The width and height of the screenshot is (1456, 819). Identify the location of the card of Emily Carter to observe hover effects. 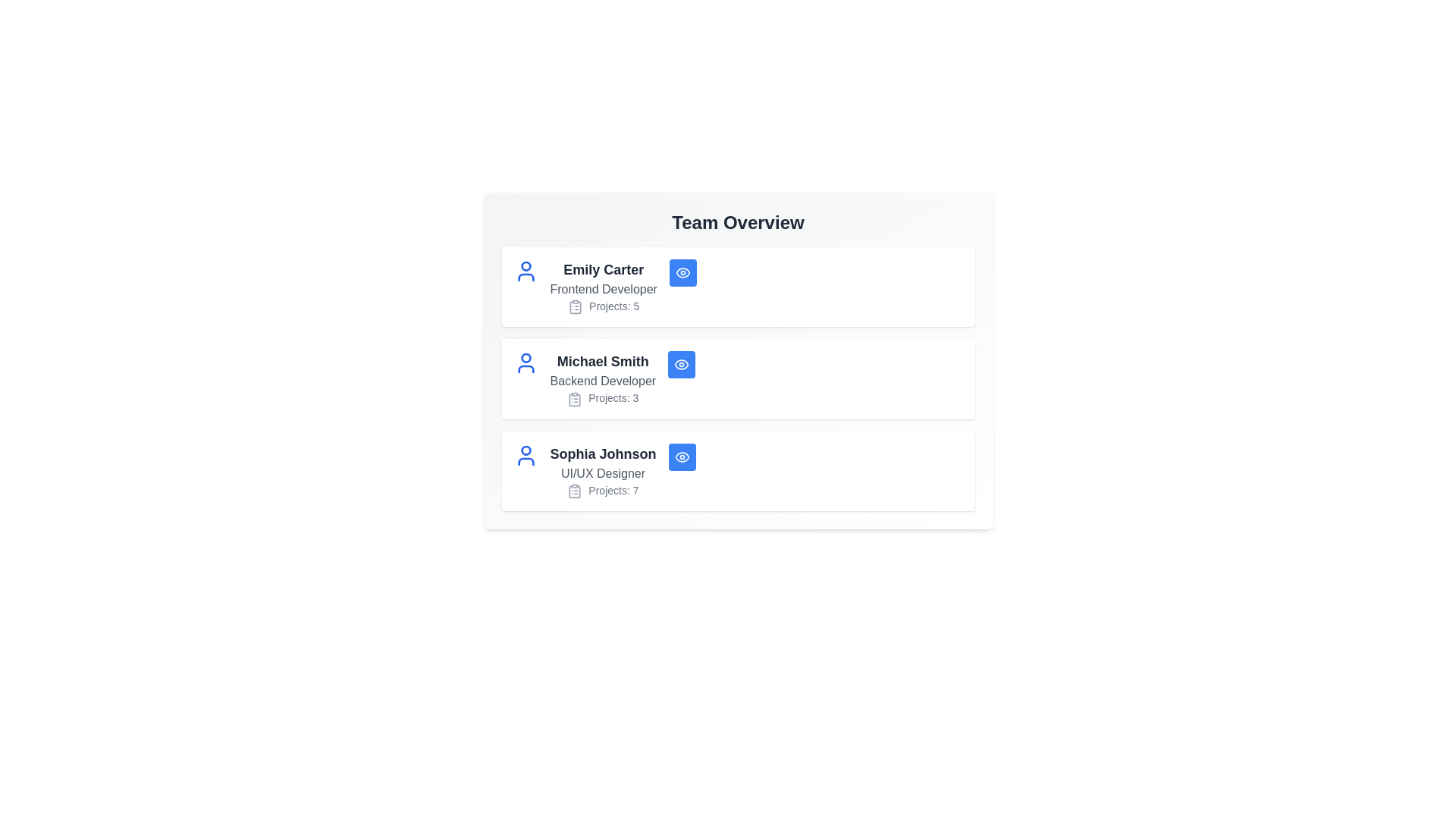
(738, 287).